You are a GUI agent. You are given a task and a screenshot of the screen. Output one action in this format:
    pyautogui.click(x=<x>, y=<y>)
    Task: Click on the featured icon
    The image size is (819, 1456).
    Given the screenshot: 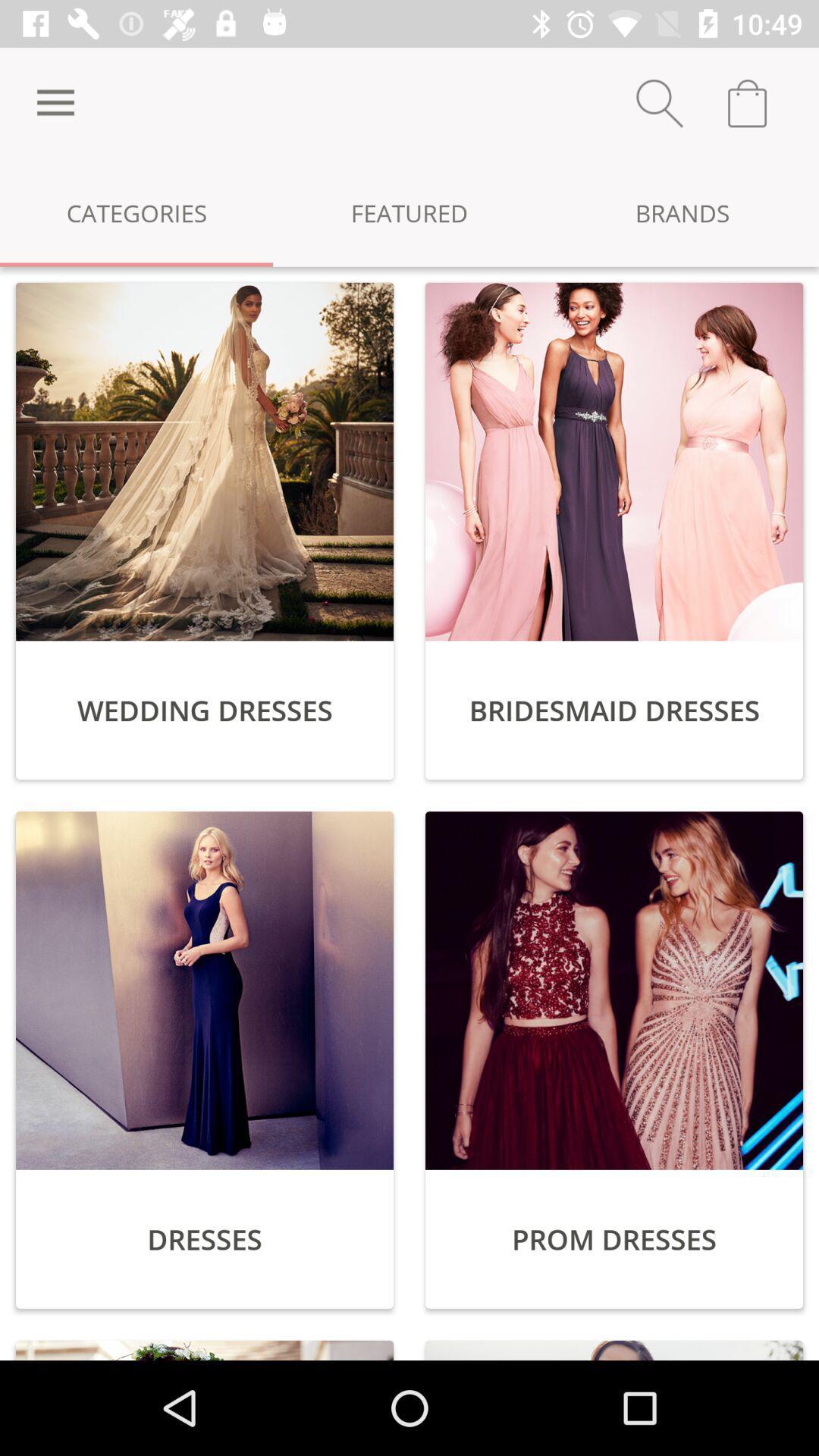 What is the action you would take?
    pyautogui.click(x=409, y=212)
    